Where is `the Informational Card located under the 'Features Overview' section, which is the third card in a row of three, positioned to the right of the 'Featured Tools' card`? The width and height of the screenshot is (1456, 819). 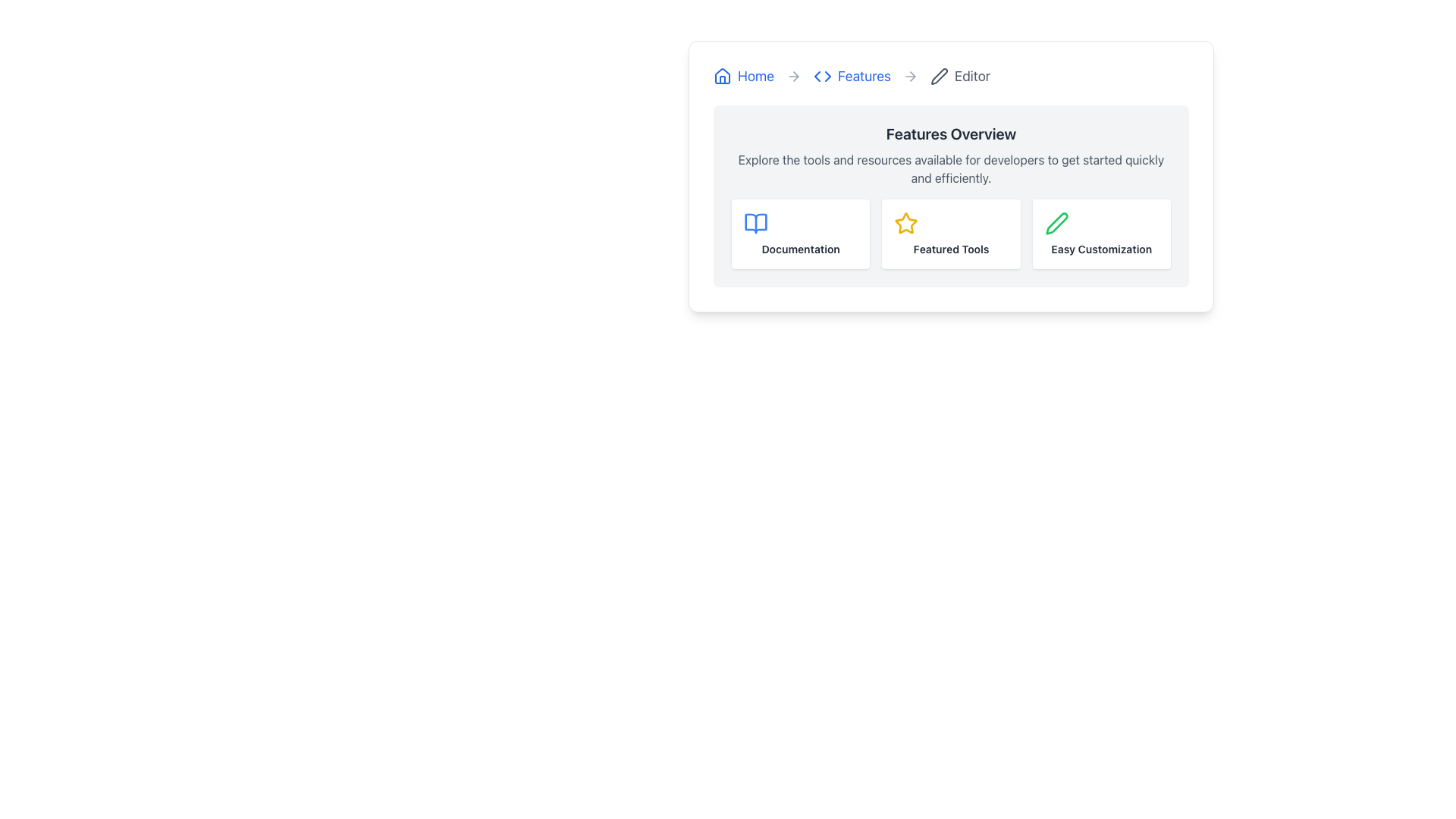 the Informational Card located under the 'Features Overview' section, which is the third card in a row of three, positioned to the right of the 'Featured Tools' card is located at coordinates (1101, 234).